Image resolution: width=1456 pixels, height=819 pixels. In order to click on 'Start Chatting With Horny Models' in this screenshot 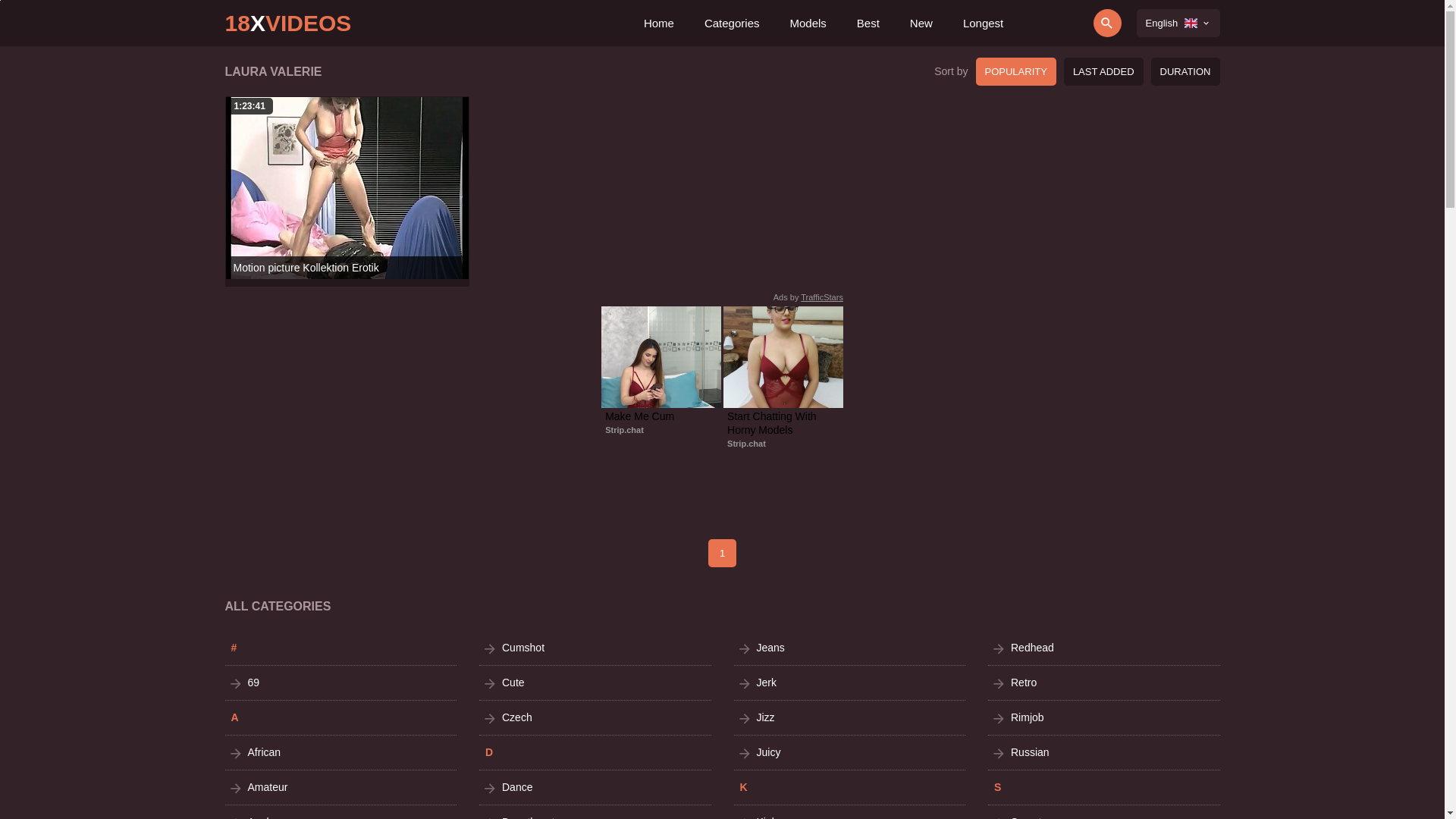, I will do `click(783, 423)`.